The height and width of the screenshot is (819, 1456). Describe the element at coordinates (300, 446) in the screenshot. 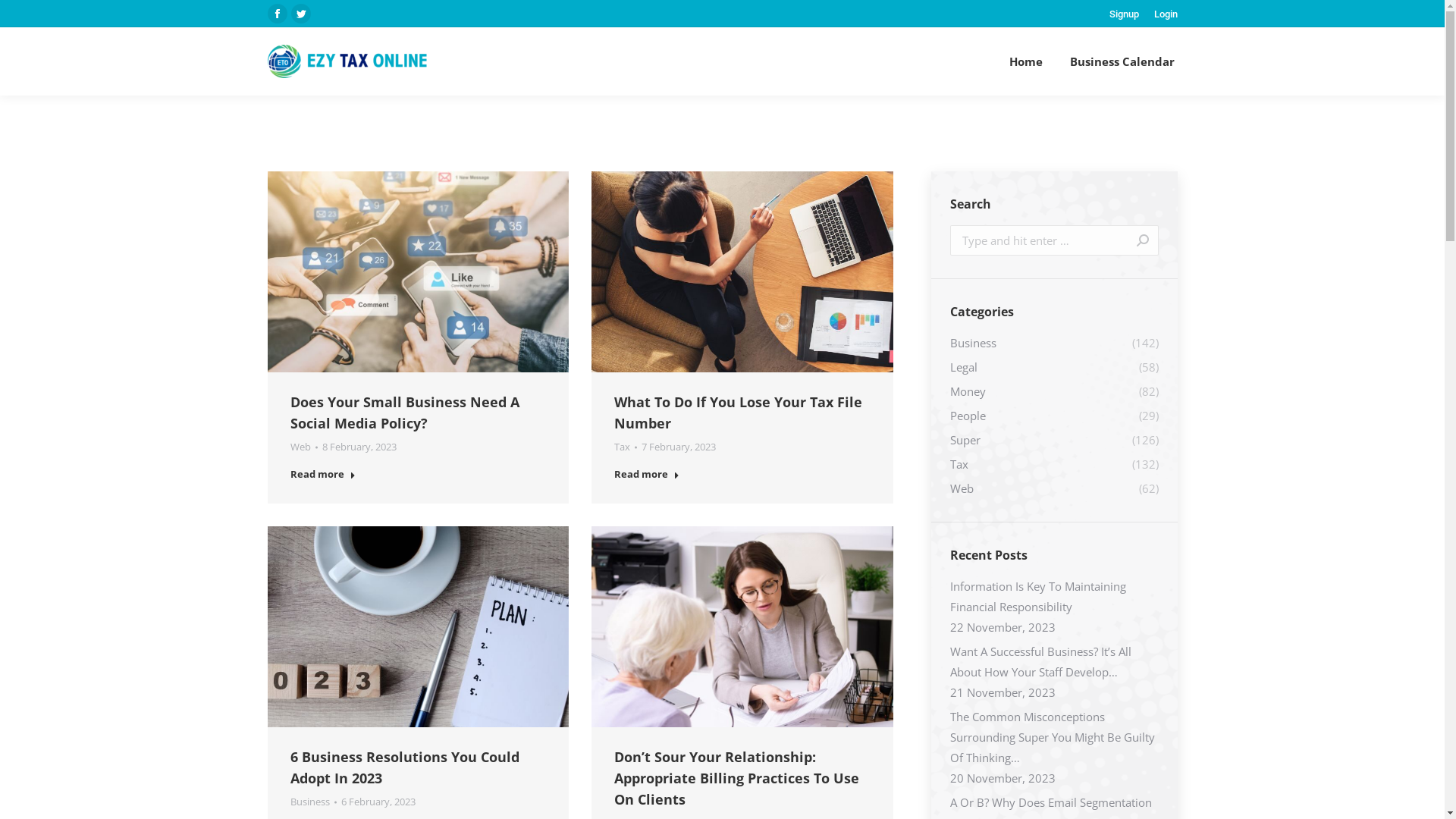

I see `'Web'` at that location.